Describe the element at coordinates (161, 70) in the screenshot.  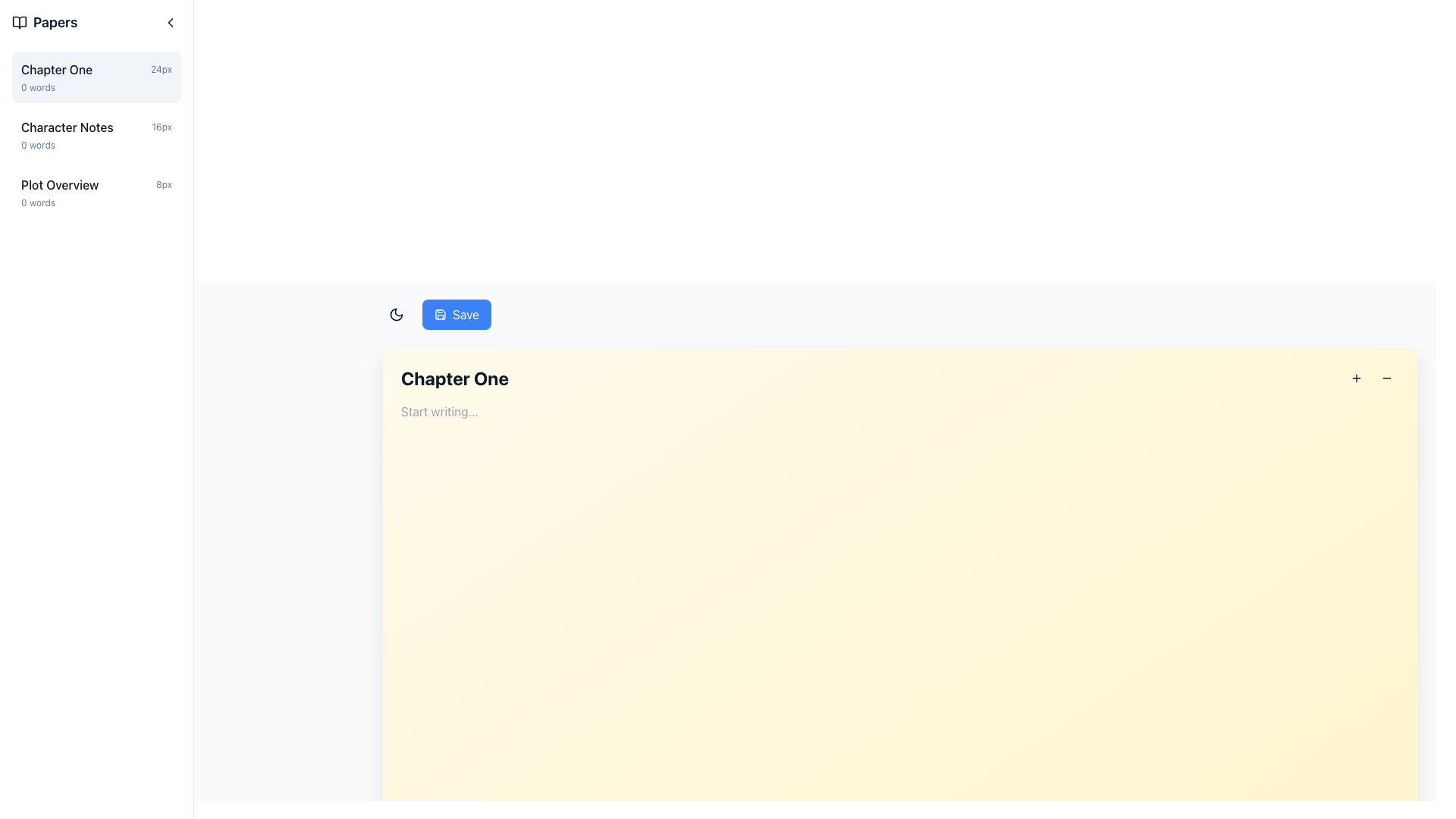
I see `the informational Text label that indicates the size or related property of the nearby text, positioned to the right of 'Chapter One'` at that location.